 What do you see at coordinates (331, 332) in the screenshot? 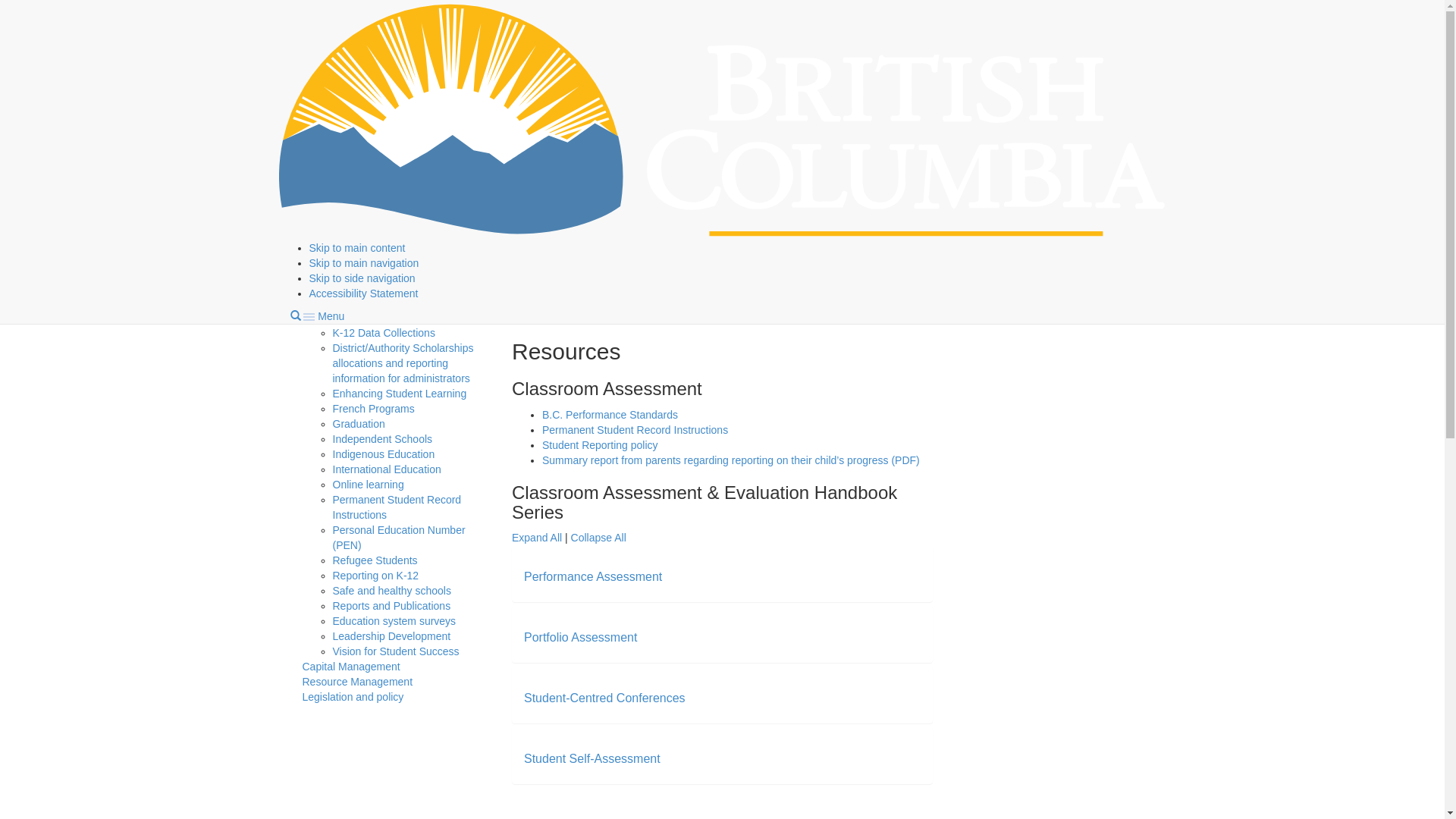
I see `'K-12 Data Collections'` at bounding box center [331, 332].